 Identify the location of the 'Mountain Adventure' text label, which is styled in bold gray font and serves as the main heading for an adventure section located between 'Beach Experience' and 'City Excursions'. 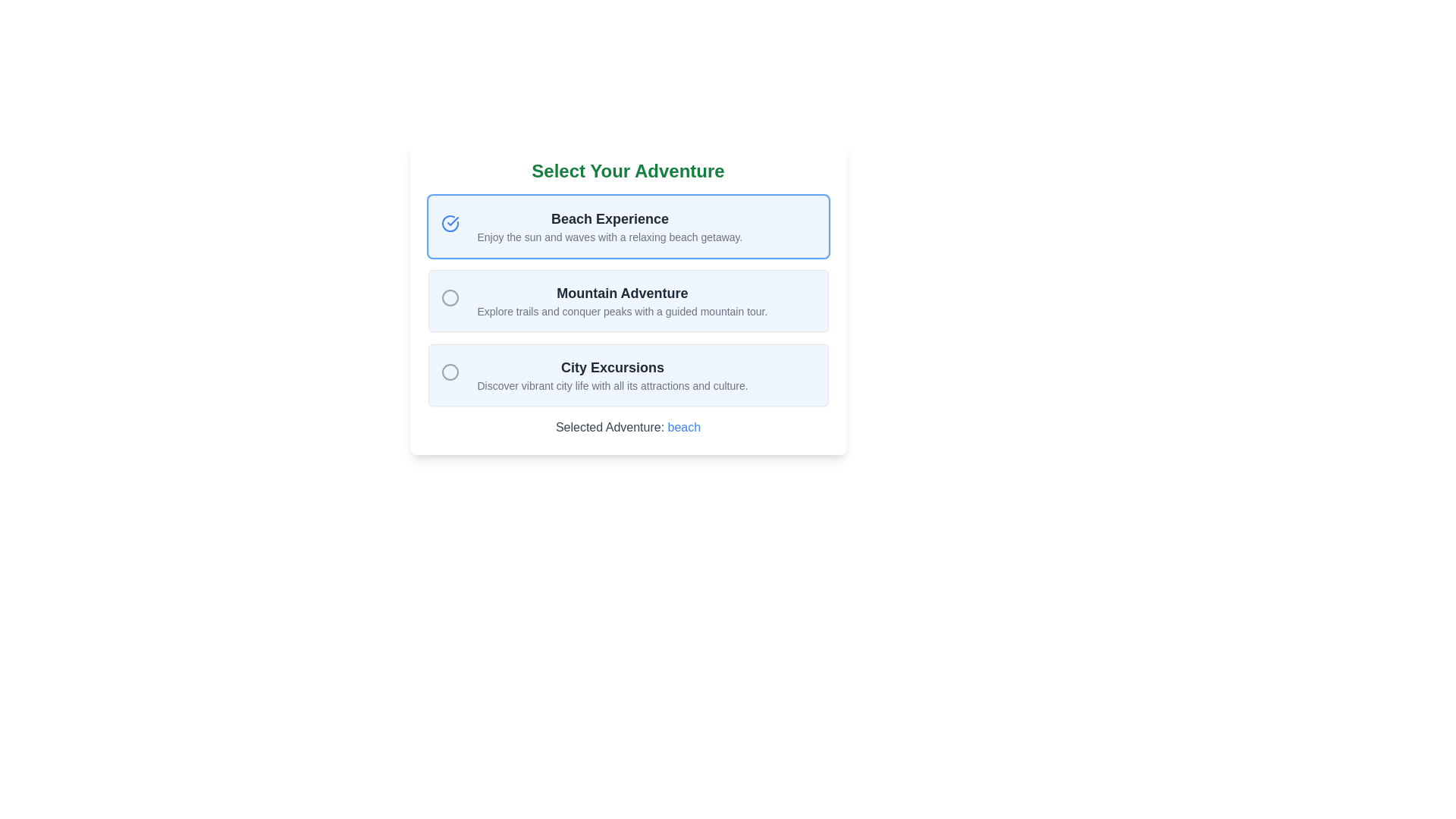
(622, 293).